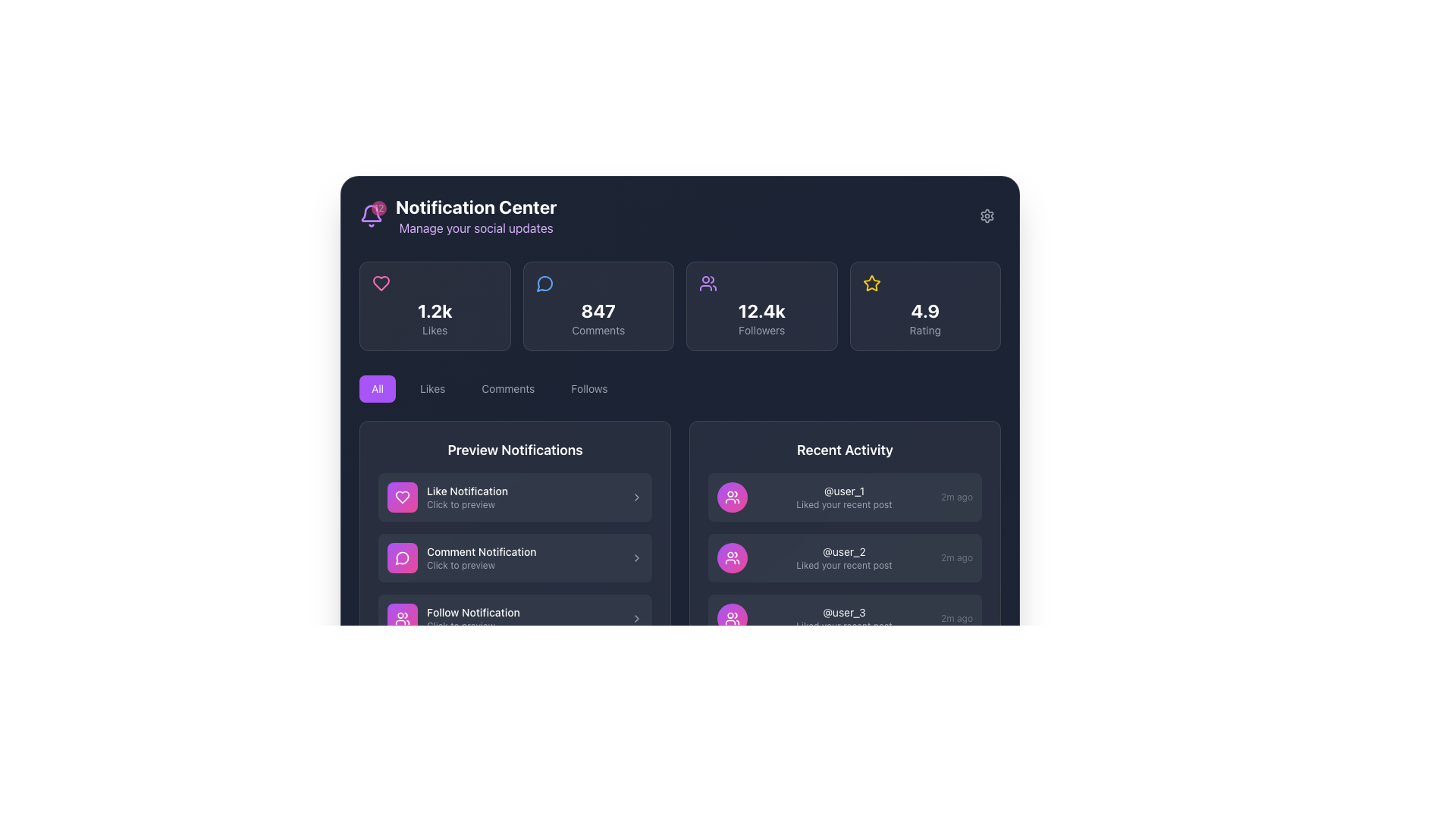 The height and width of the screenshot is (819, 1456). I want to click on the 'Follow Notification' text block within the 'Preview Notifications' list item, which is styled with white capitalized bold text and smaller gray text below it, so click(524, 619).